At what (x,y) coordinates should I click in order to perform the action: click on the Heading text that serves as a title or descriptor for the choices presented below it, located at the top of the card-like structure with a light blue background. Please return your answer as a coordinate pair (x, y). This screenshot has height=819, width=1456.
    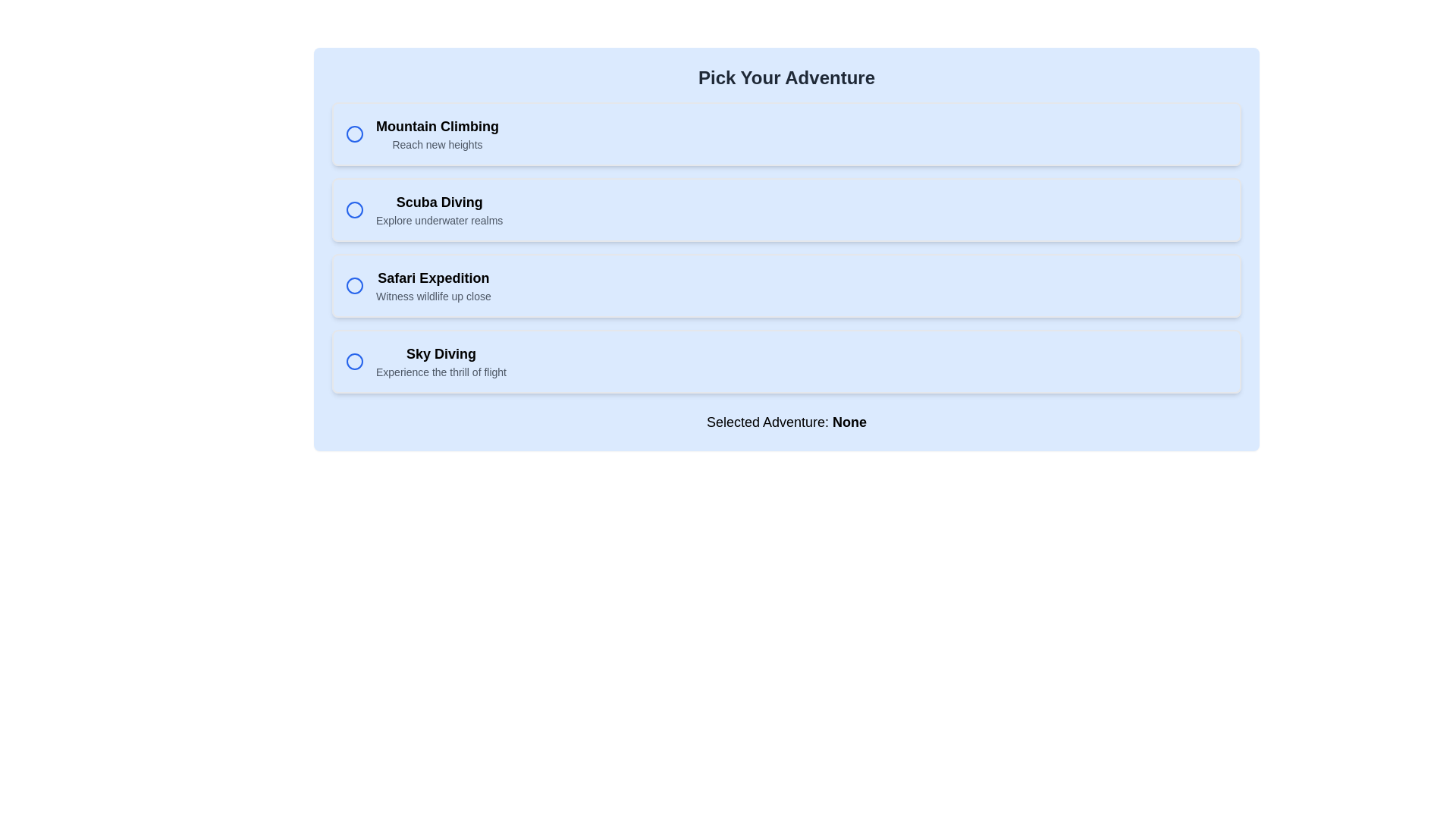
    Looking at the image, I should click on (786, 78).